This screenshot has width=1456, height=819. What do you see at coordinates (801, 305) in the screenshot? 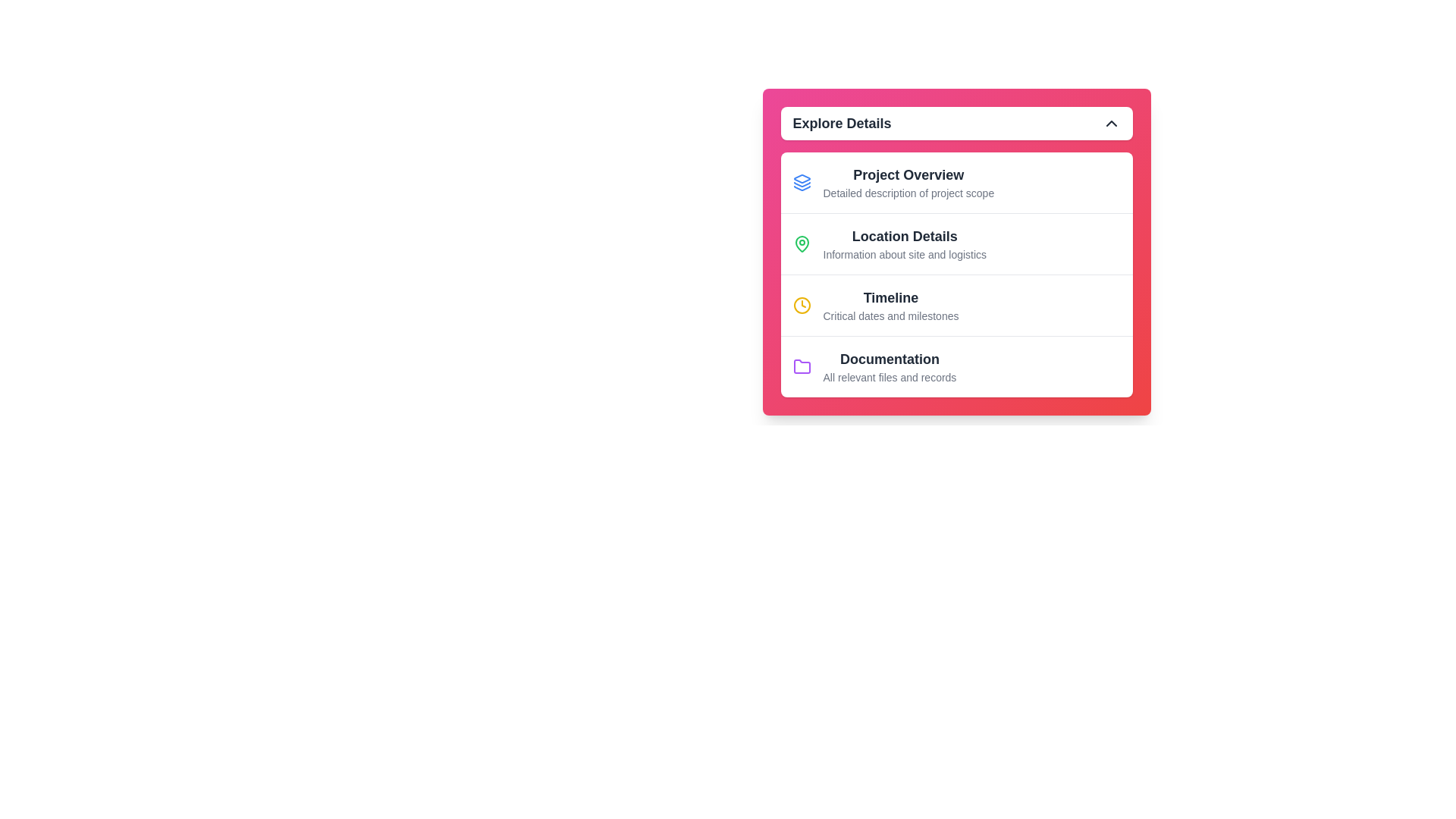
I see `the interactive area of the yellow circular outer rim of the clock icon, located to the left of the 'Timeline' label in the third row of the menu interface` at bounding box center [801, 305].